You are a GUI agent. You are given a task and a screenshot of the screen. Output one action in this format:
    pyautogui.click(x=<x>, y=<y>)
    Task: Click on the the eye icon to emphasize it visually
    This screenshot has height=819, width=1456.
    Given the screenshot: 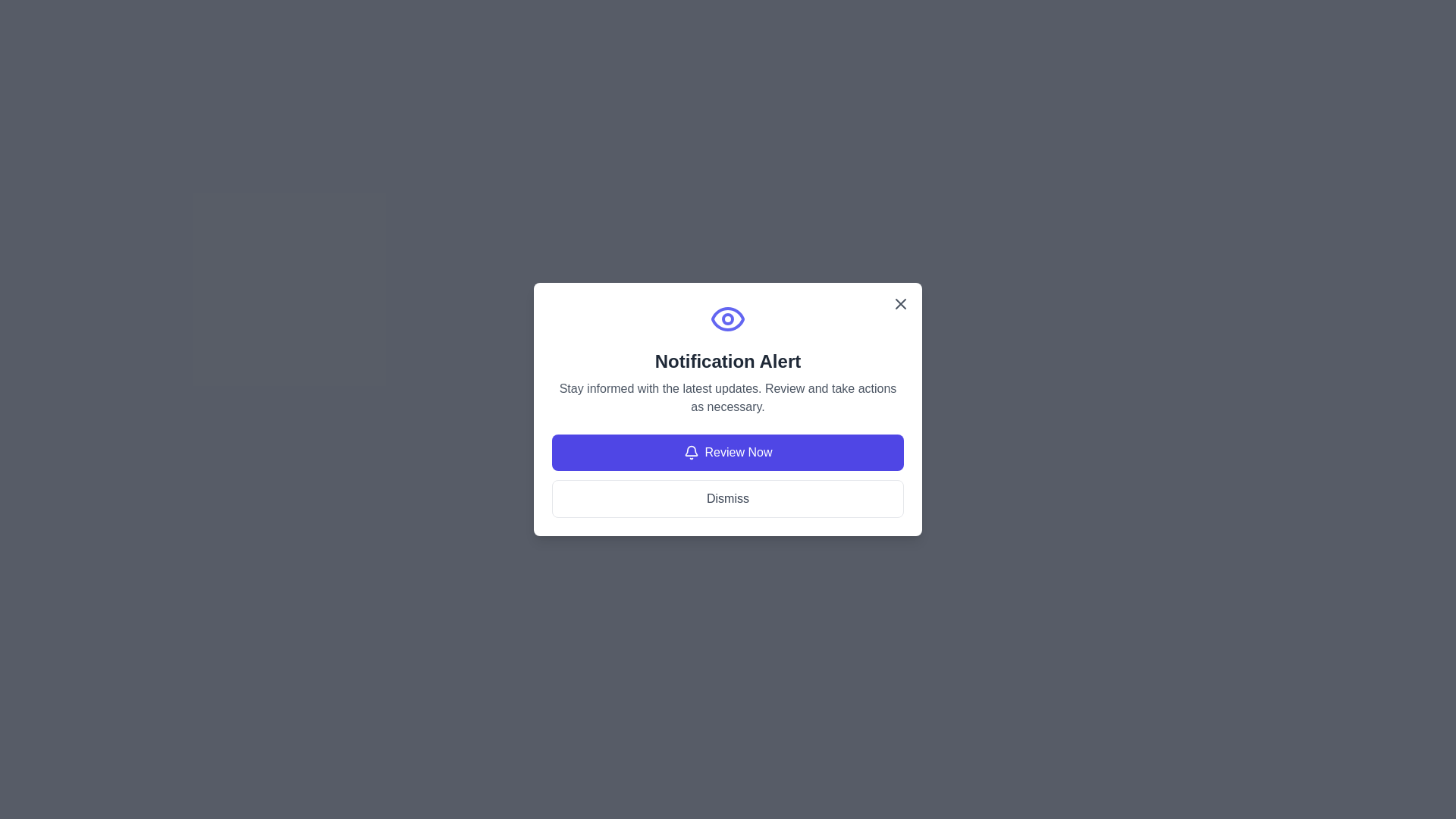 What is the action you would take?
    pyautogui.click(x=728, y=318)
    